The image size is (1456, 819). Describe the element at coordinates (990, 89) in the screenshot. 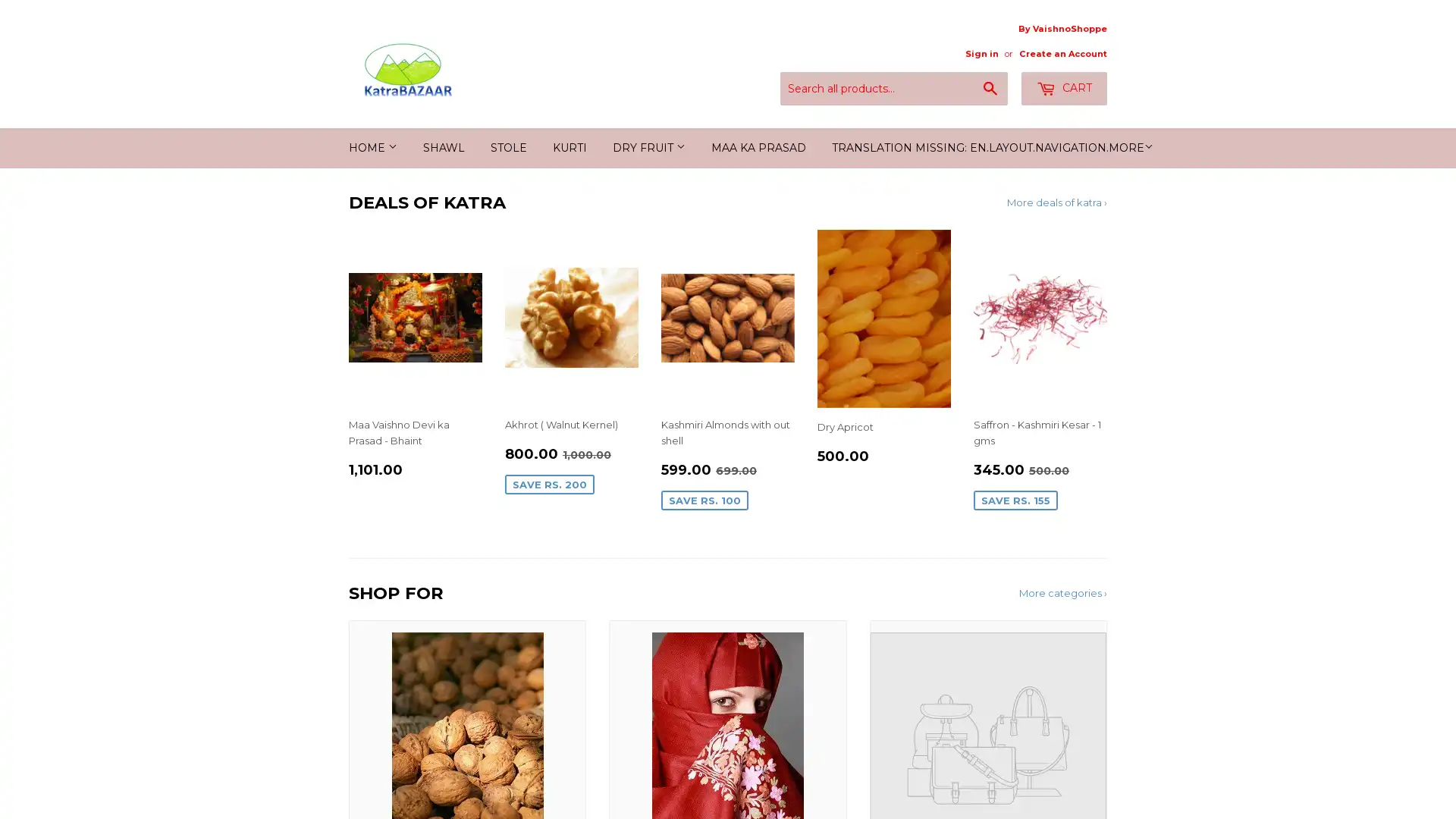

I see `Search` at that location.